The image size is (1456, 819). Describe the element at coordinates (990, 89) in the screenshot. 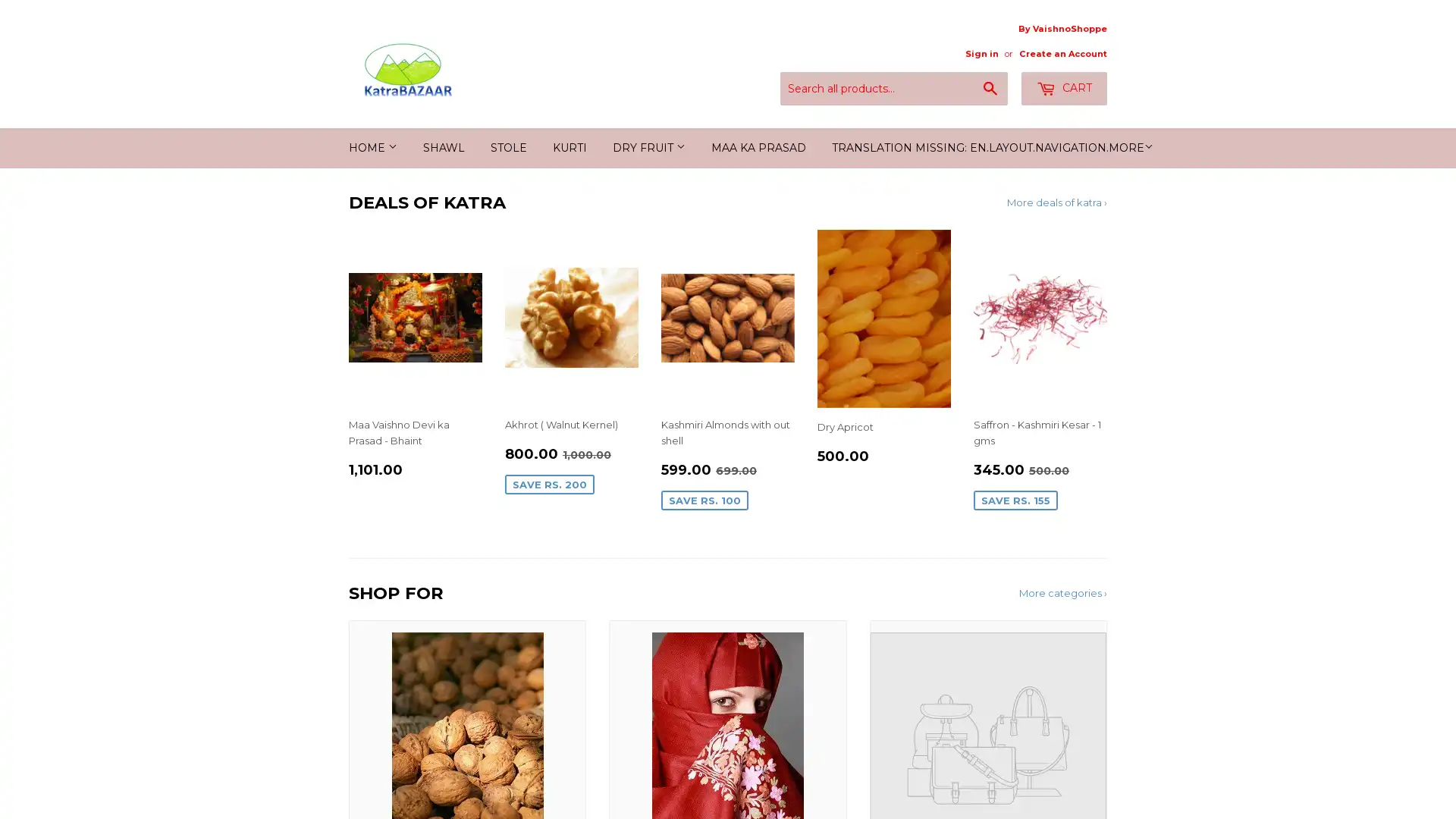

I see `Search` at that location.